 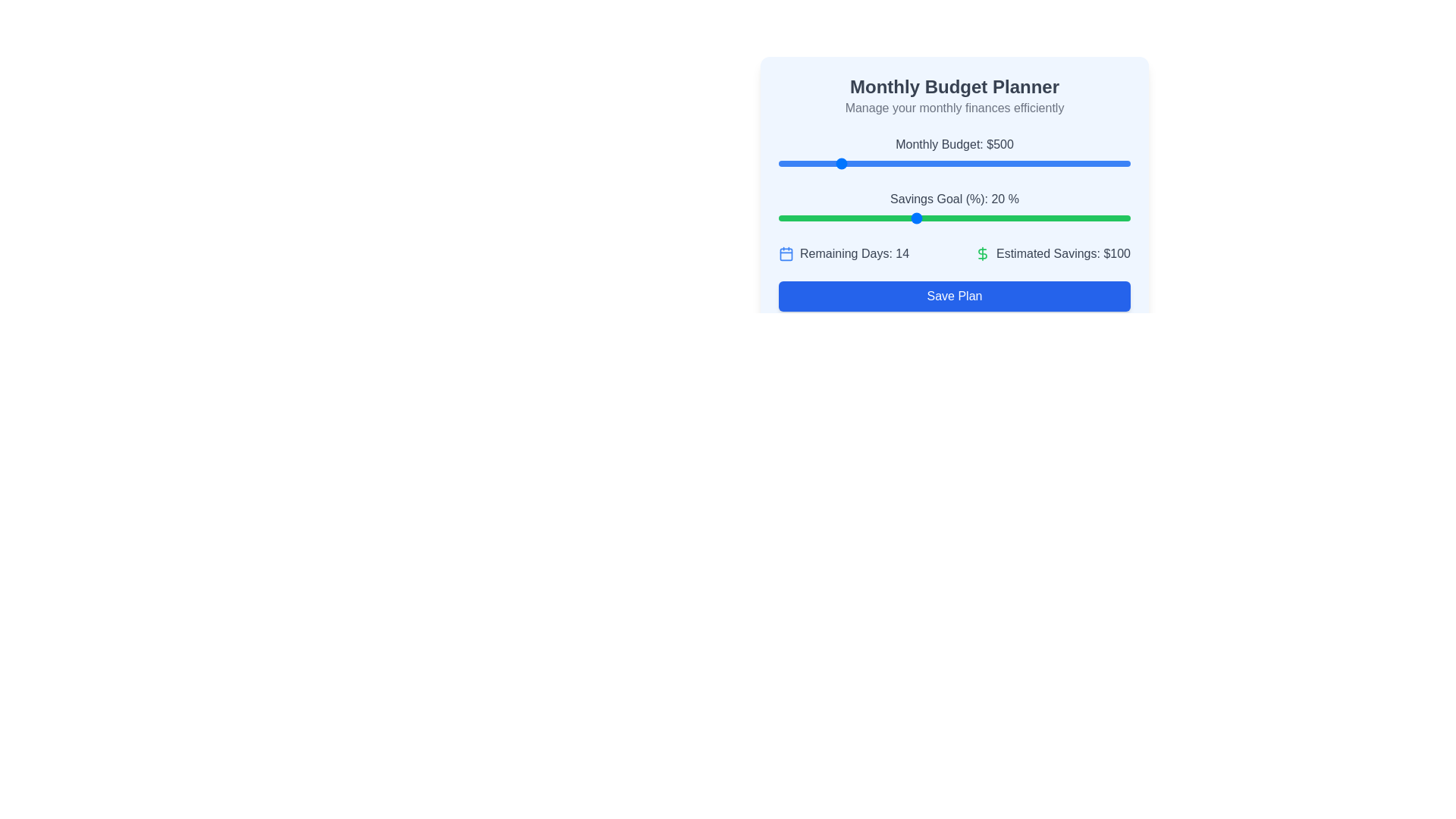 I want to click on the title and subtitle Text Block at the top of the budget planning card, which provides context for the budget interface, so click(x=953, y=96).